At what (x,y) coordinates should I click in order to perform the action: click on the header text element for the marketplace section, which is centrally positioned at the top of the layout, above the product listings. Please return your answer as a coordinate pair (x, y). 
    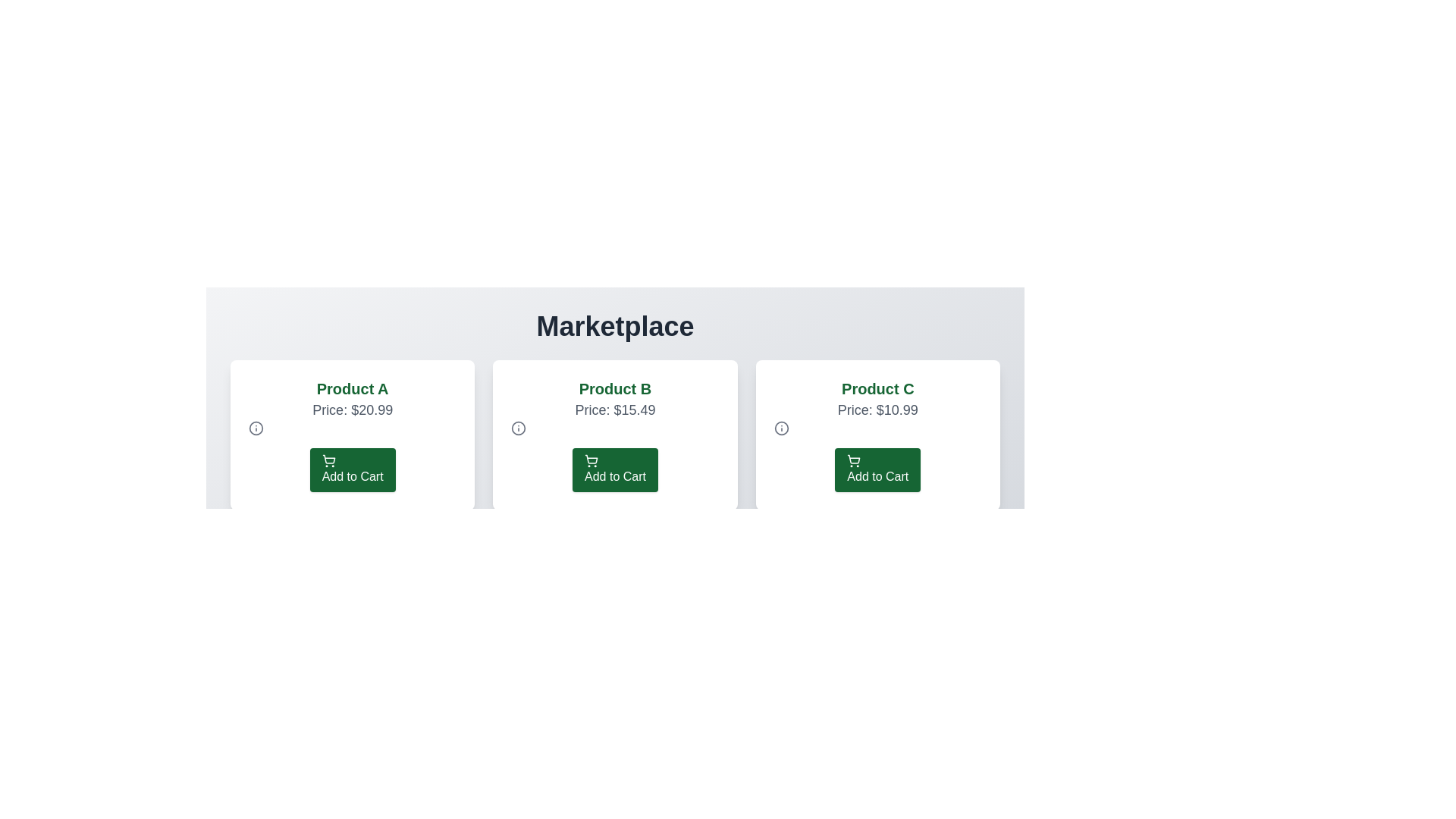
    Looking at the image, I should click on (615, 326).